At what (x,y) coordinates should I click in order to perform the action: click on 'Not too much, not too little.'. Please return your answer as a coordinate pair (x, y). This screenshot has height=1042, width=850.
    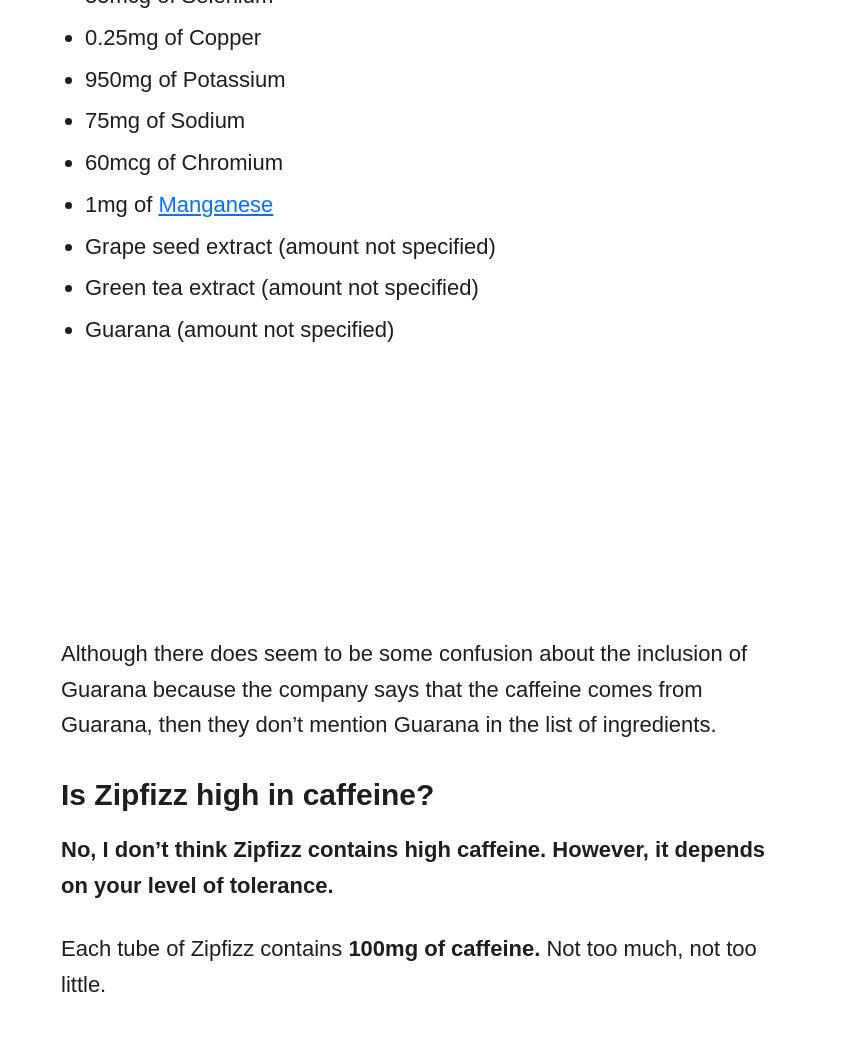
    Looking at the image, I should click on (408, 966).